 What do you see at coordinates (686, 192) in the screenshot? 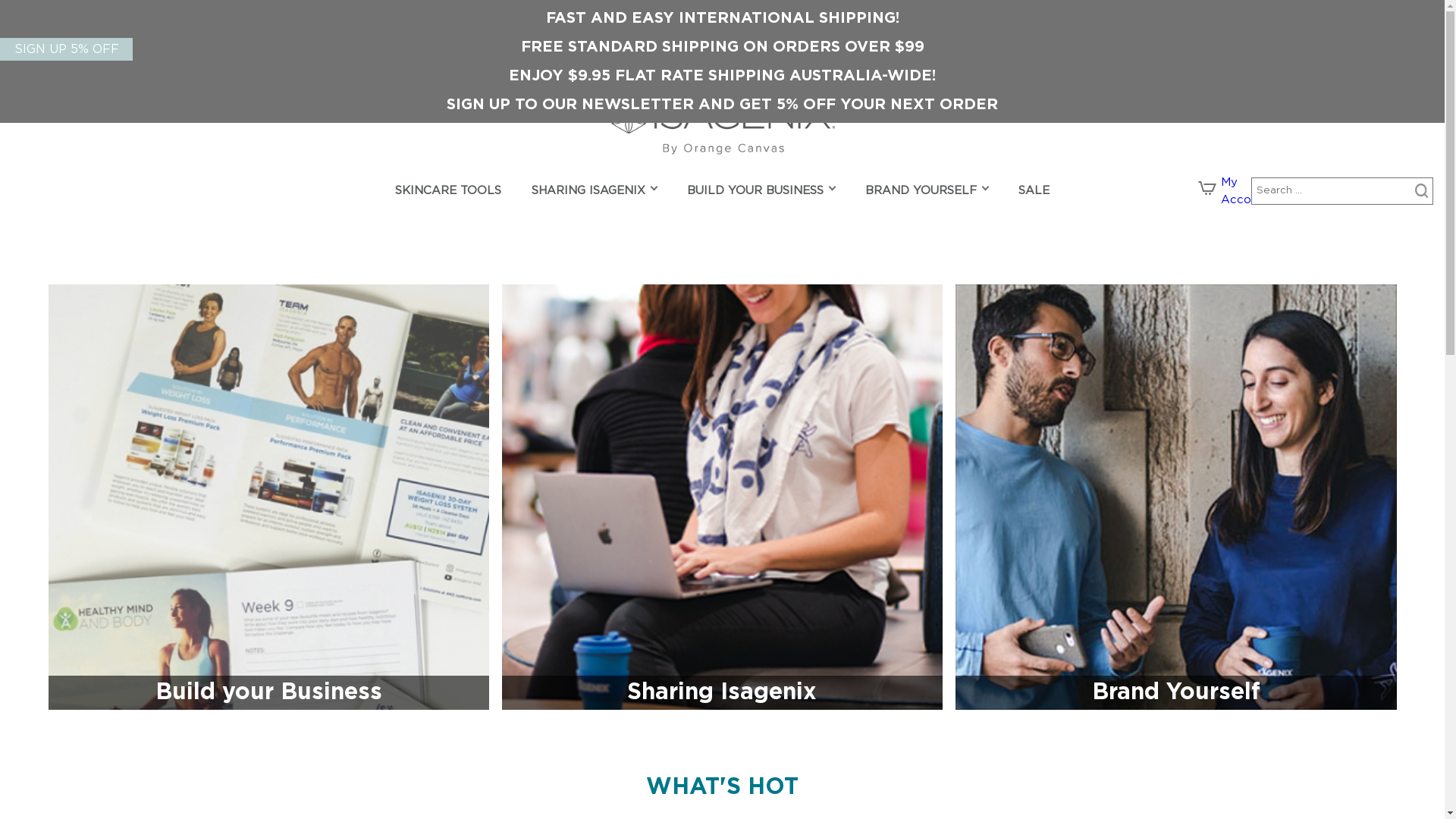
I see `'BUILD YOUR BUSINESS'` at bounding box center [686, 192].